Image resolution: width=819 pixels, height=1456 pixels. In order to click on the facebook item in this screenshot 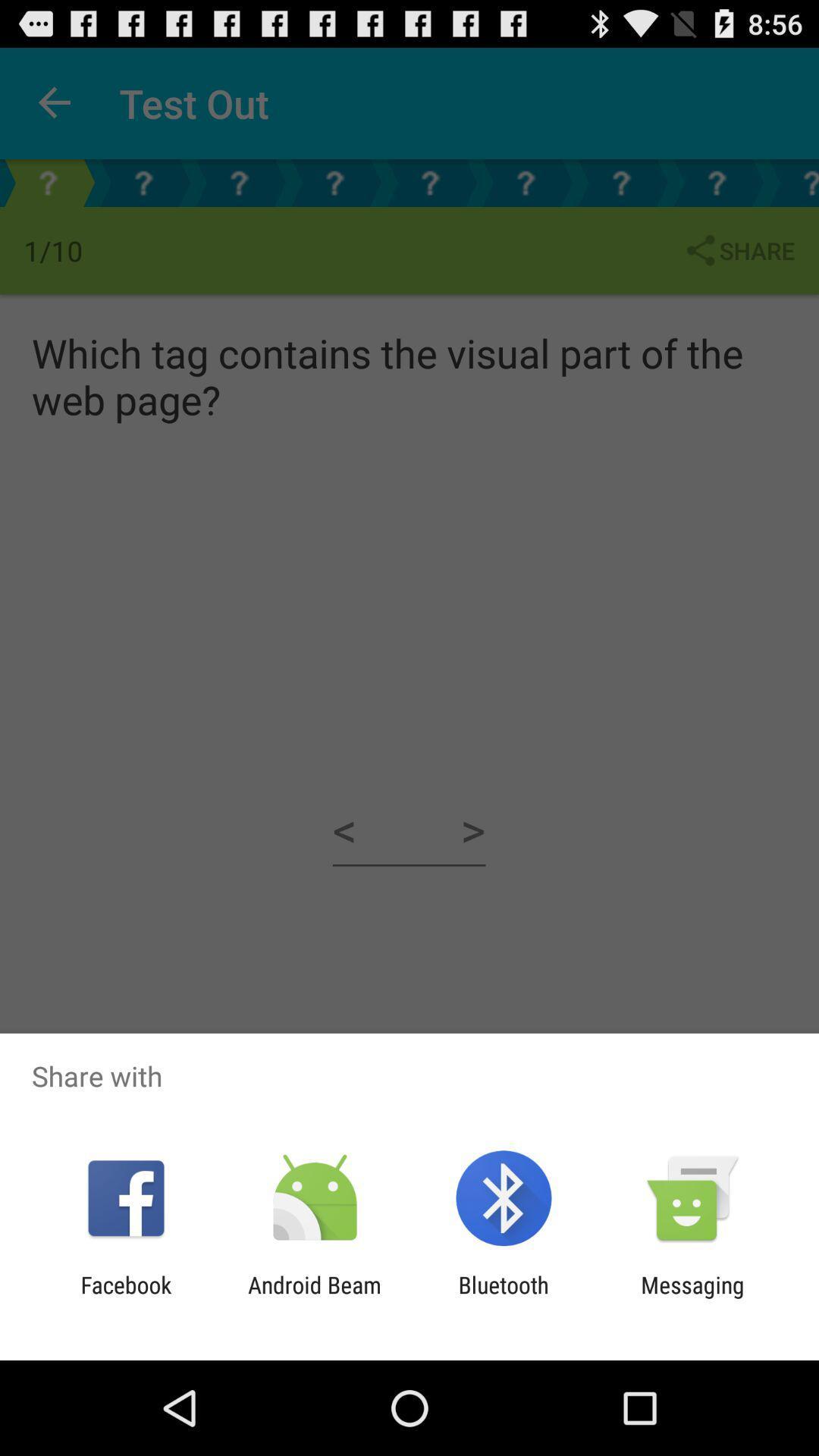, I will do `click(125, 1298)`.